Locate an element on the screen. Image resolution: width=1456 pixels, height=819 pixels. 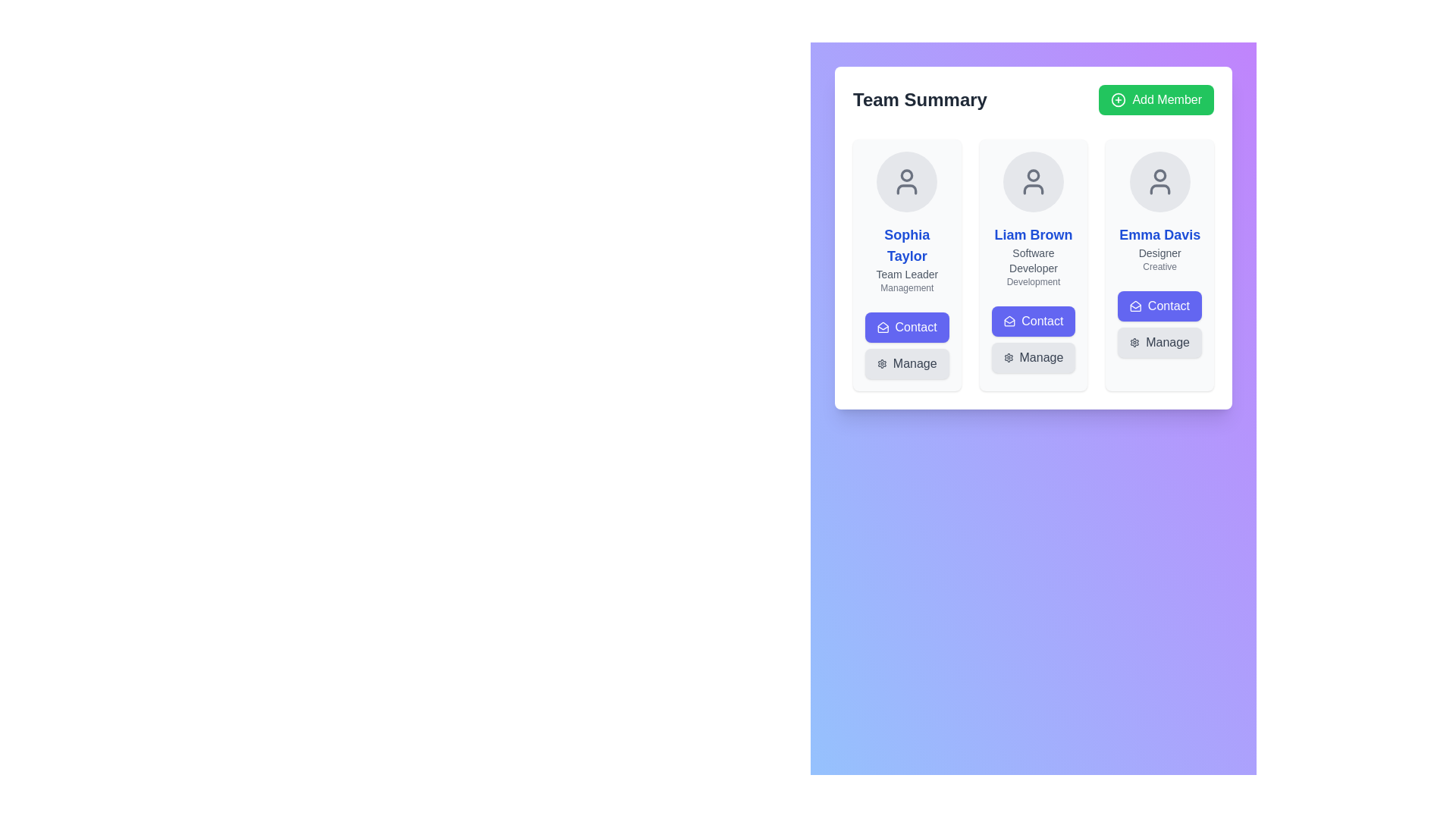
the cog-shaped icon with intricate circular engravings located under the 'Contact' button in the 'Liam Brown' card is located at coordinates (1008, 357).